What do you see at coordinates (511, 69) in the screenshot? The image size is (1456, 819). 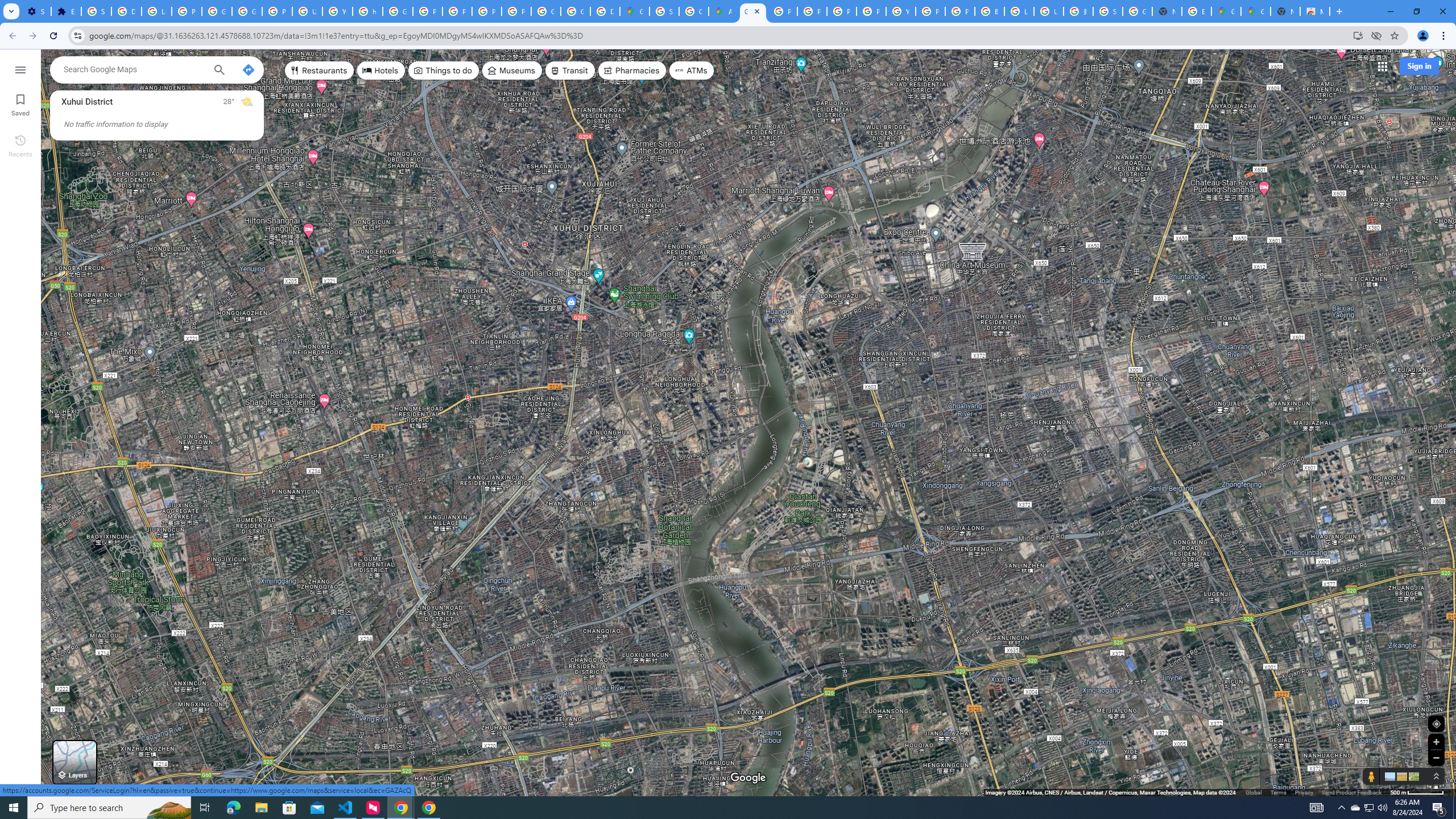 I see `'Museums'` at bounding box center [511, 69].